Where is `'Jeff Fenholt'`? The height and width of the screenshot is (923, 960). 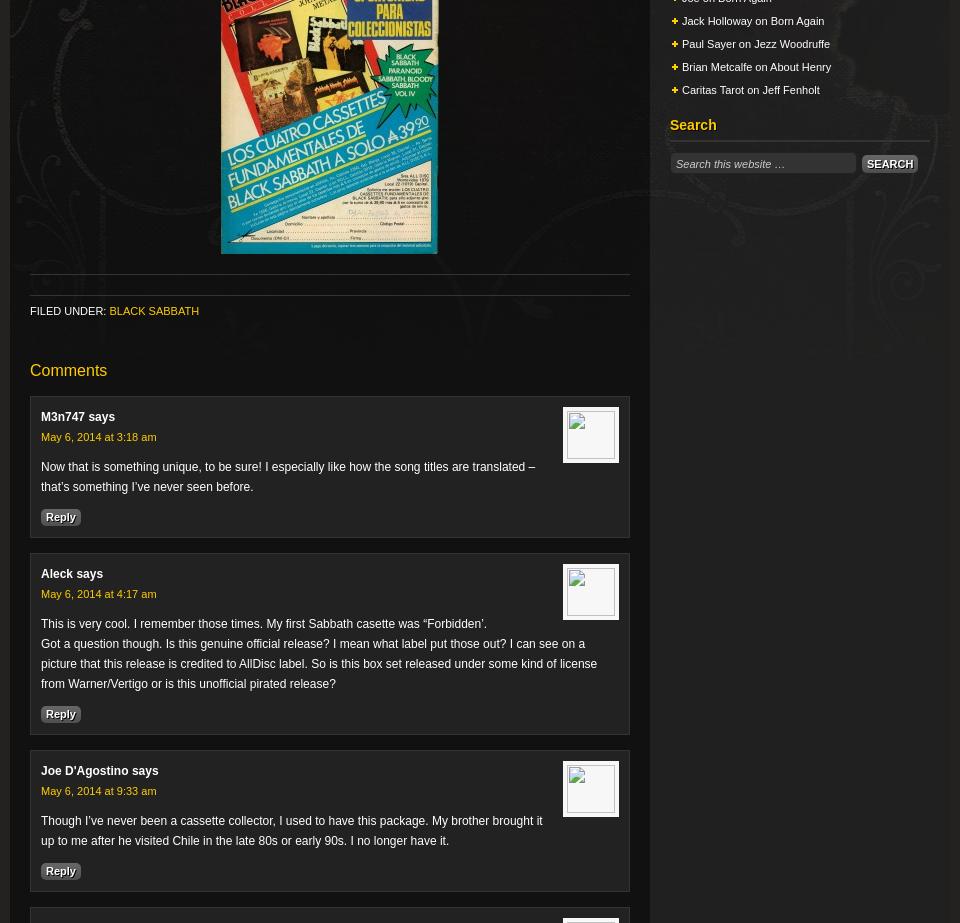
'Jeff Fenholt' is located at coordinates (790, 89).